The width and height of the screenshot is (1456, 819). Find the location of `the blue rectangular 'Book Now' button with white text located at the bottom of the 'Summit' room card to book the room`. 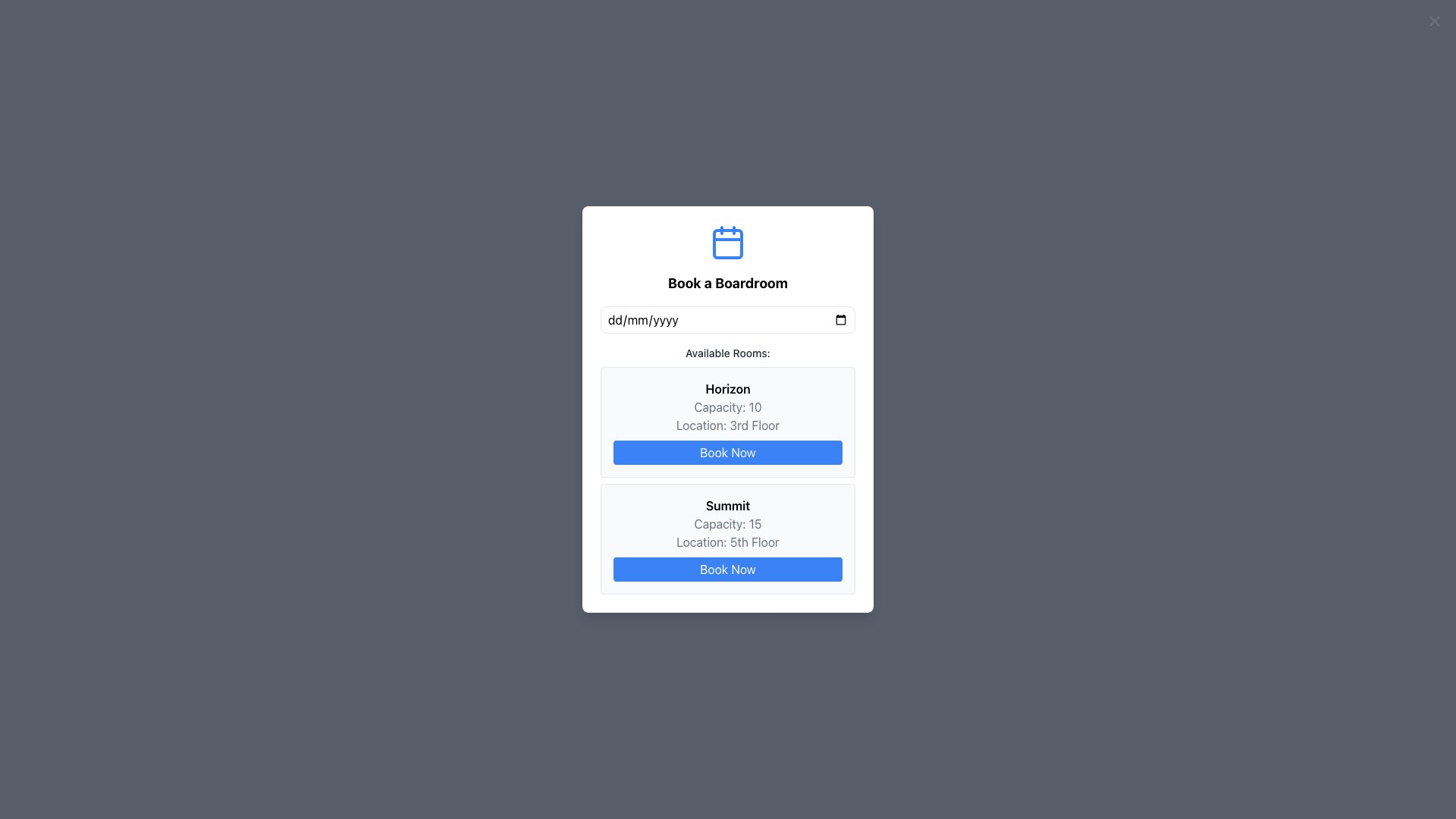

the blue rectangular 'Book Now' button with white text located at the bottom of the 'Summit' room card to book the room is located at coordinates (728, 570).